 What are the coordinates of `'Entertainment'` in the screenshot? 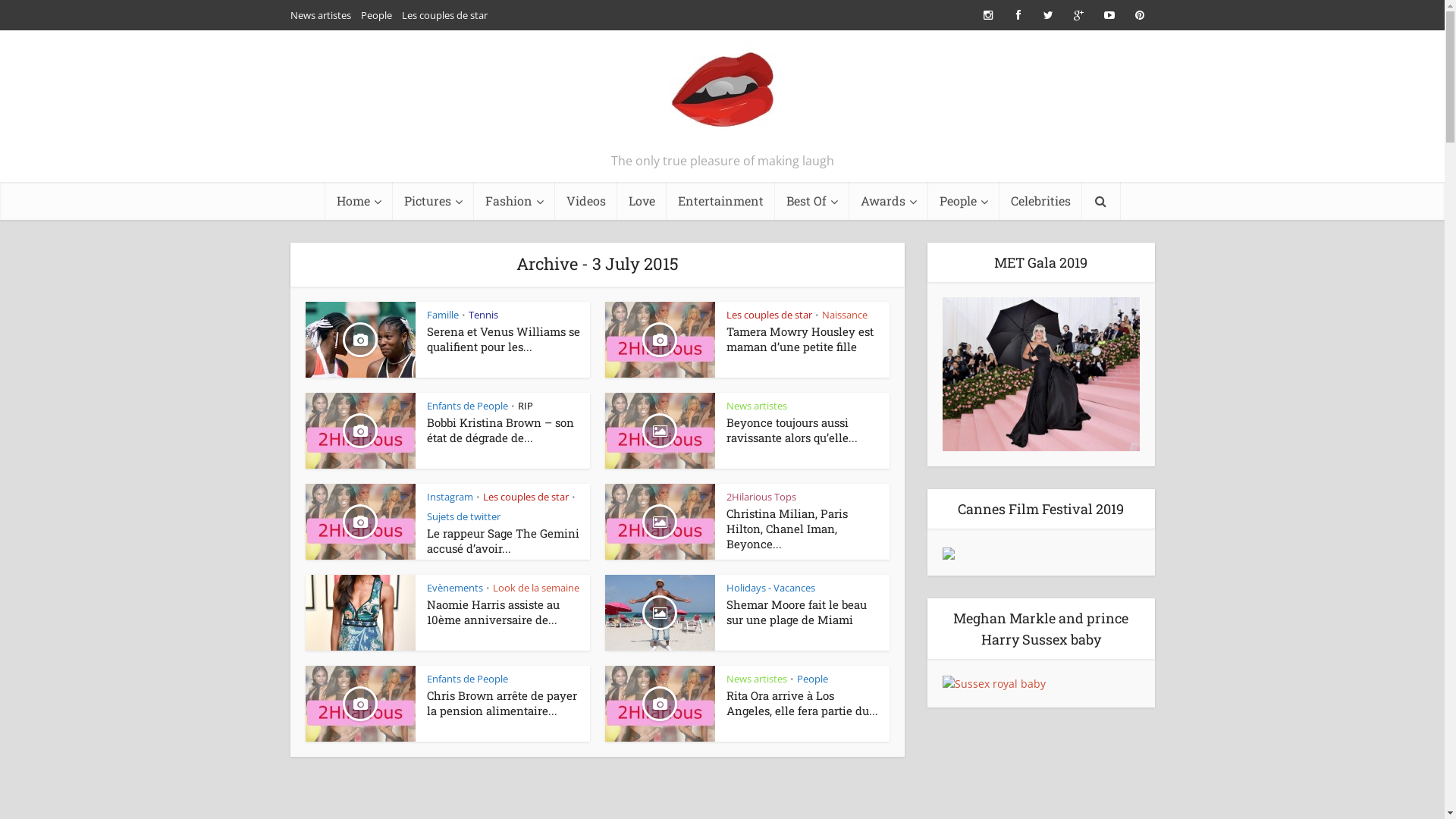 It's located at (719, 200).